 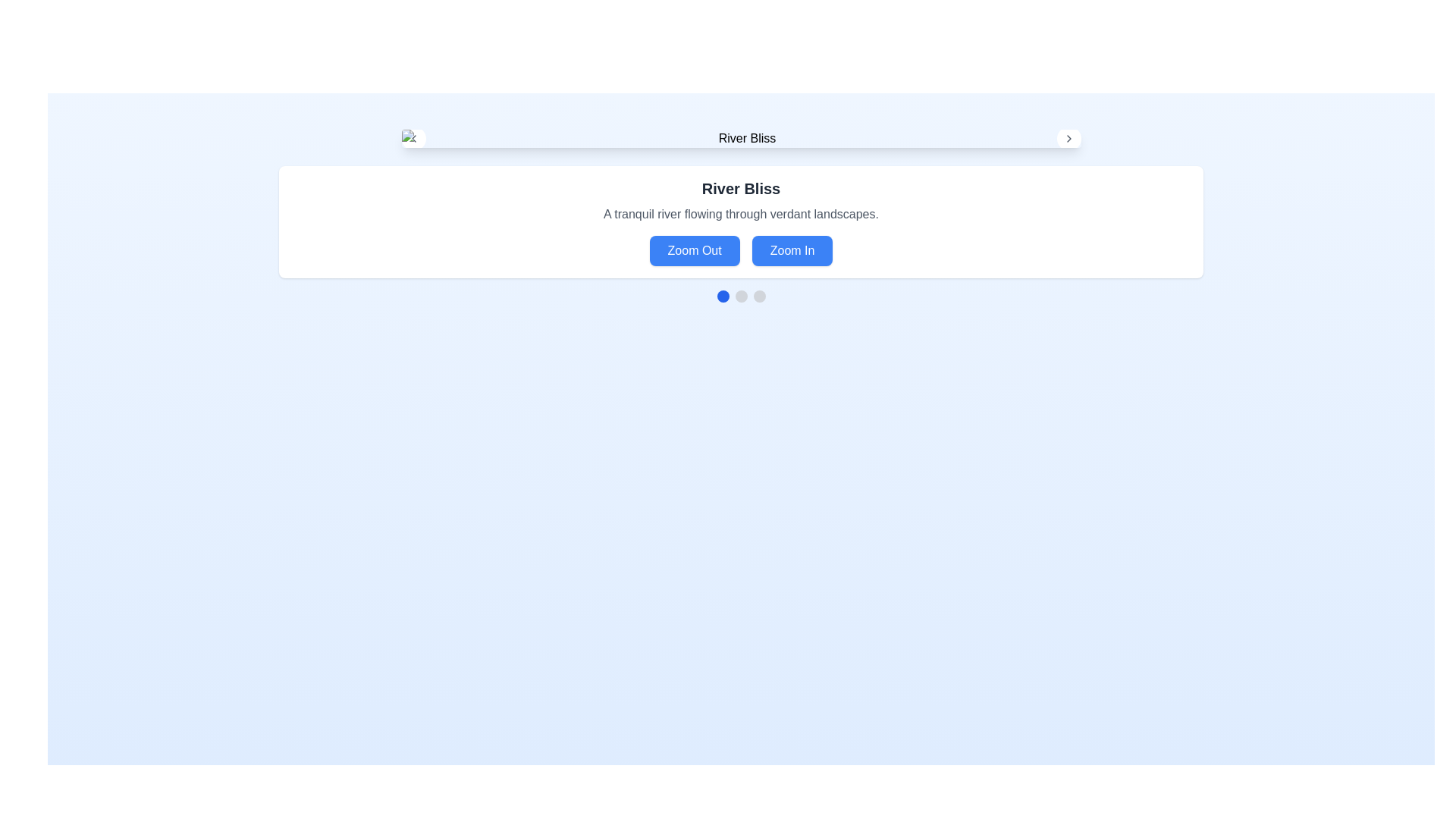 What do you see at coordinates (741, 296) in the screenshot?
I see `the second circular button in the button group located below the 'Zoom Out' and 'Zoom In' buttons, which serves as a navigation control for selecting or highlighting content` at bounding box center [741, 296].